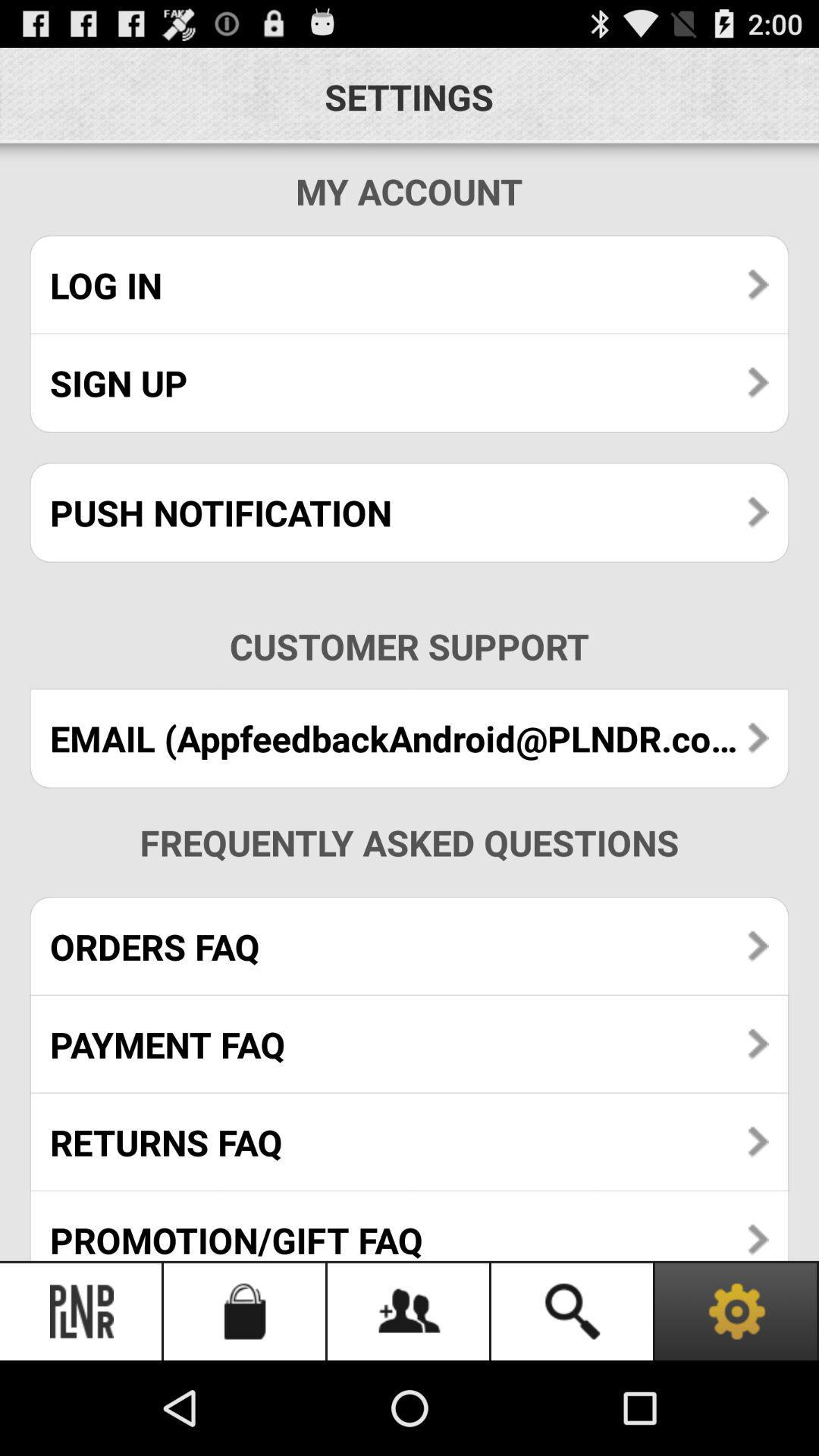 This screenshot has width=819, height=1456. What do you see at coordinates (409, 1043) in the screenshot?
I see `the app above returns faq` at bounding box center [409, 1043].